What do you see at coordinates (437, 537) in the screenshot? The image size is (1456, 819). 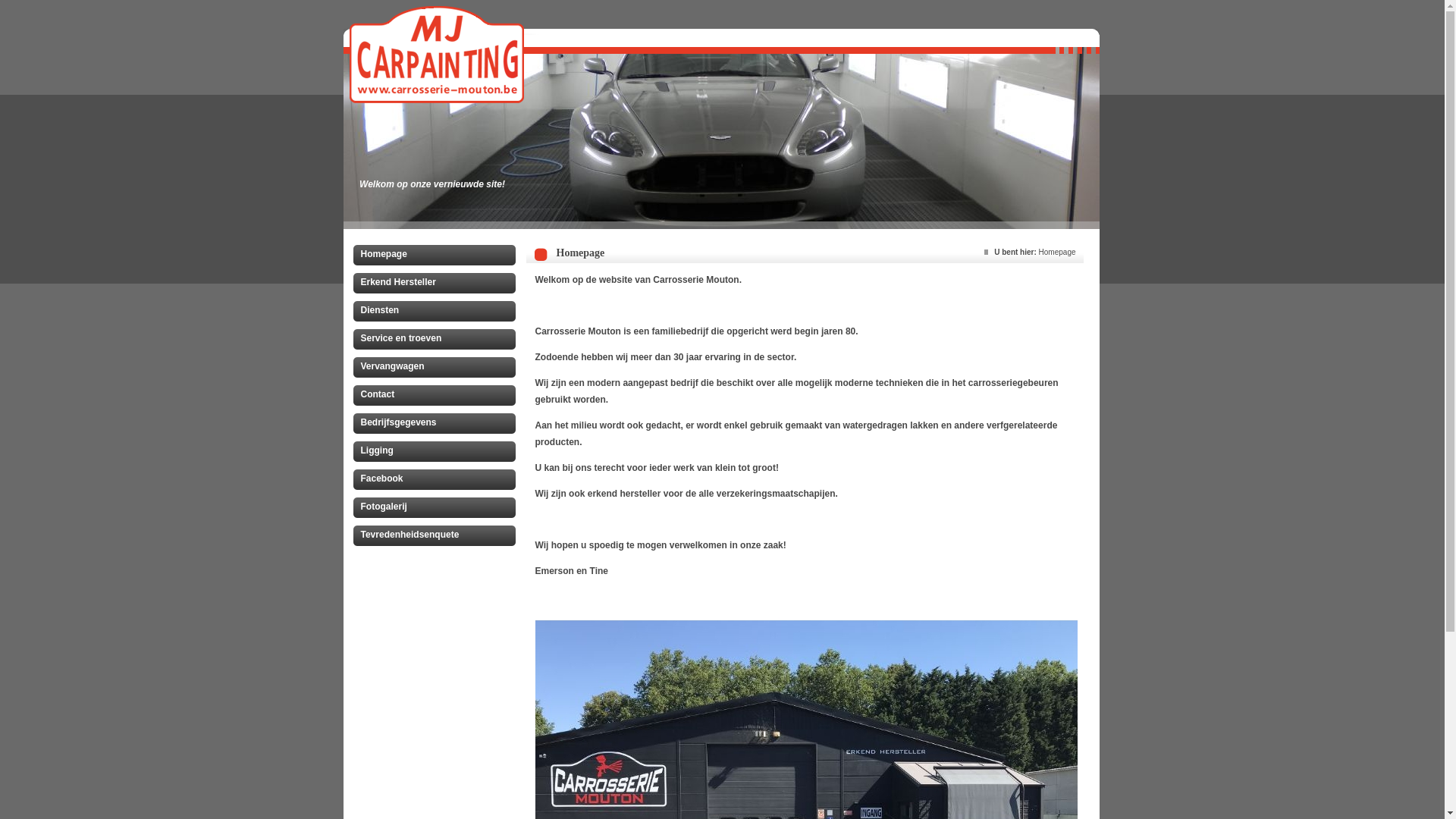 I see `'Tevredenheidsenquete'` at bounding box center [437, 537].